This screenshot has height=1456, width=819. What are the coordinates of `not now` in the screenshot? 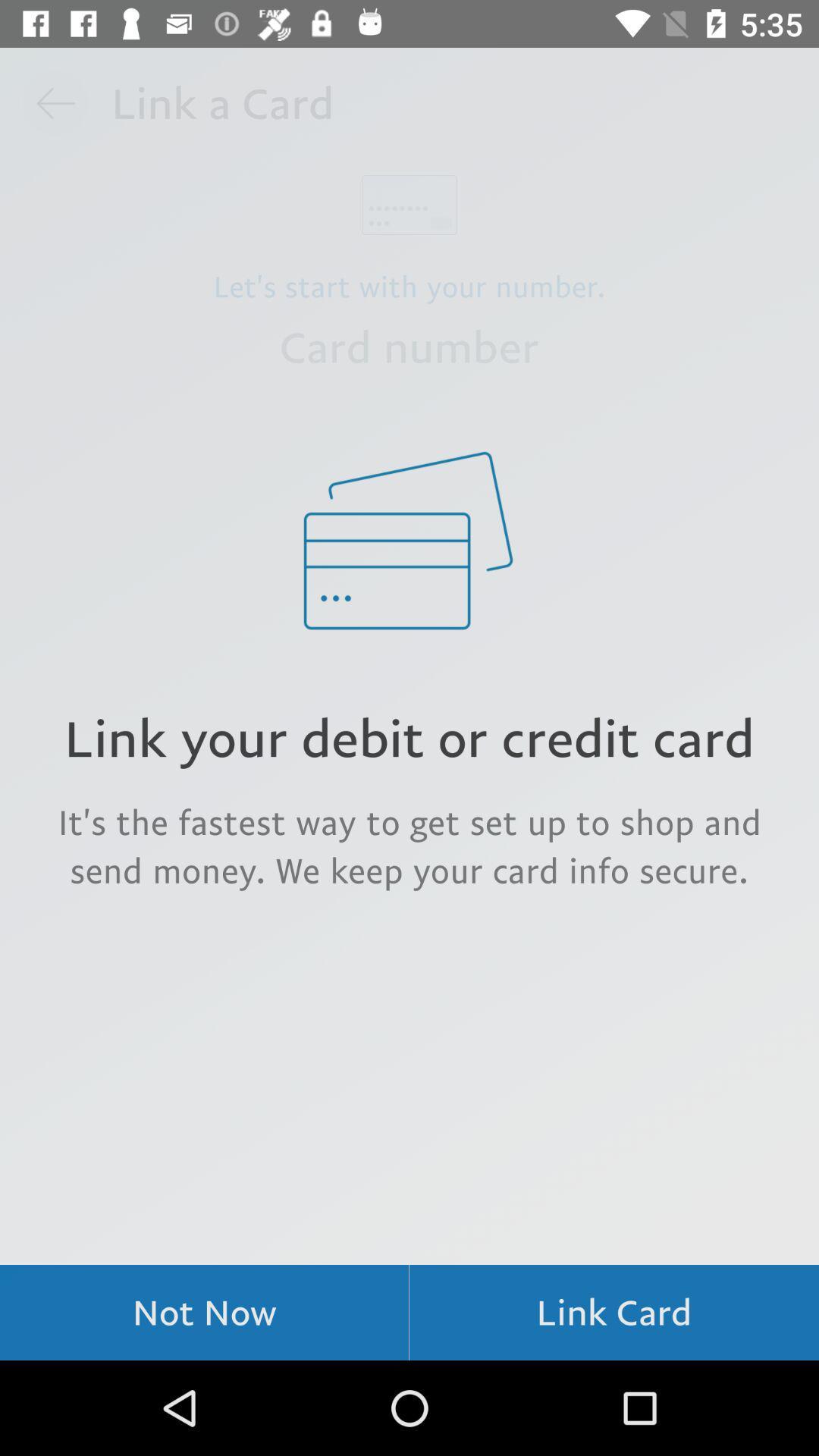 It's located at (203, 1312).